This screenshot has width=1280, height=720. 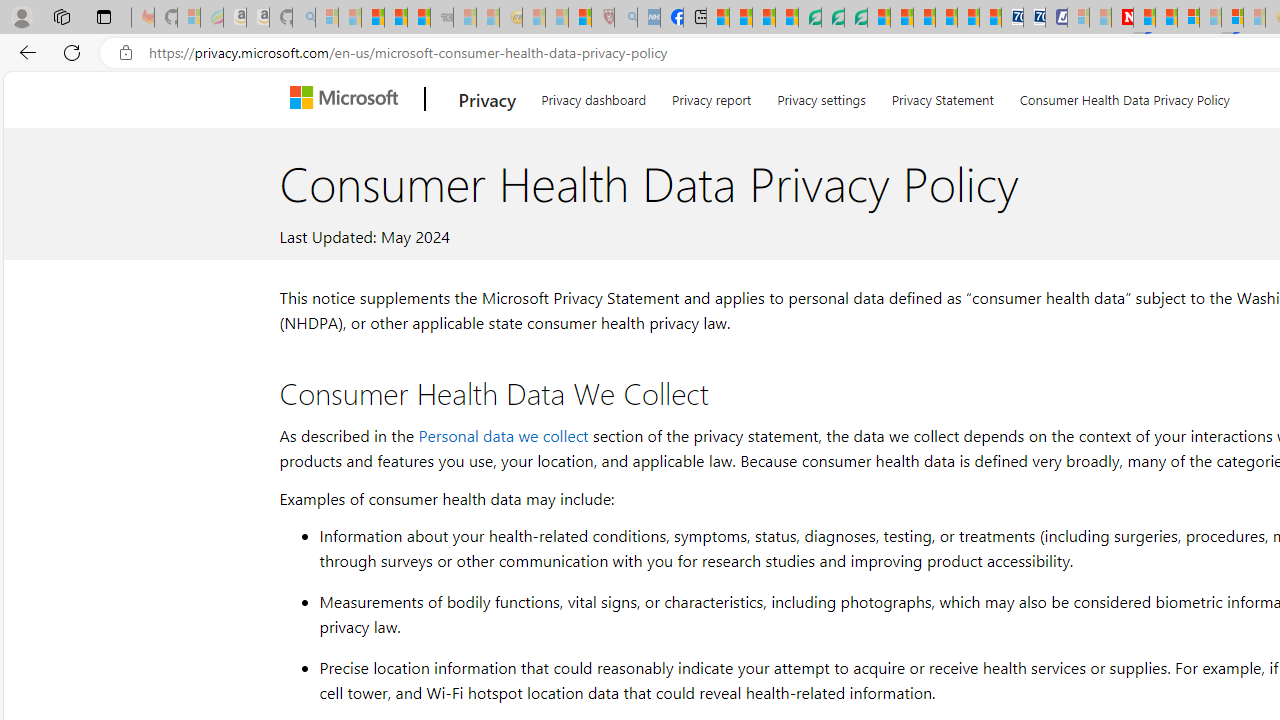 I want to click on 'Privacy Statement', so click(x=941, y=96).